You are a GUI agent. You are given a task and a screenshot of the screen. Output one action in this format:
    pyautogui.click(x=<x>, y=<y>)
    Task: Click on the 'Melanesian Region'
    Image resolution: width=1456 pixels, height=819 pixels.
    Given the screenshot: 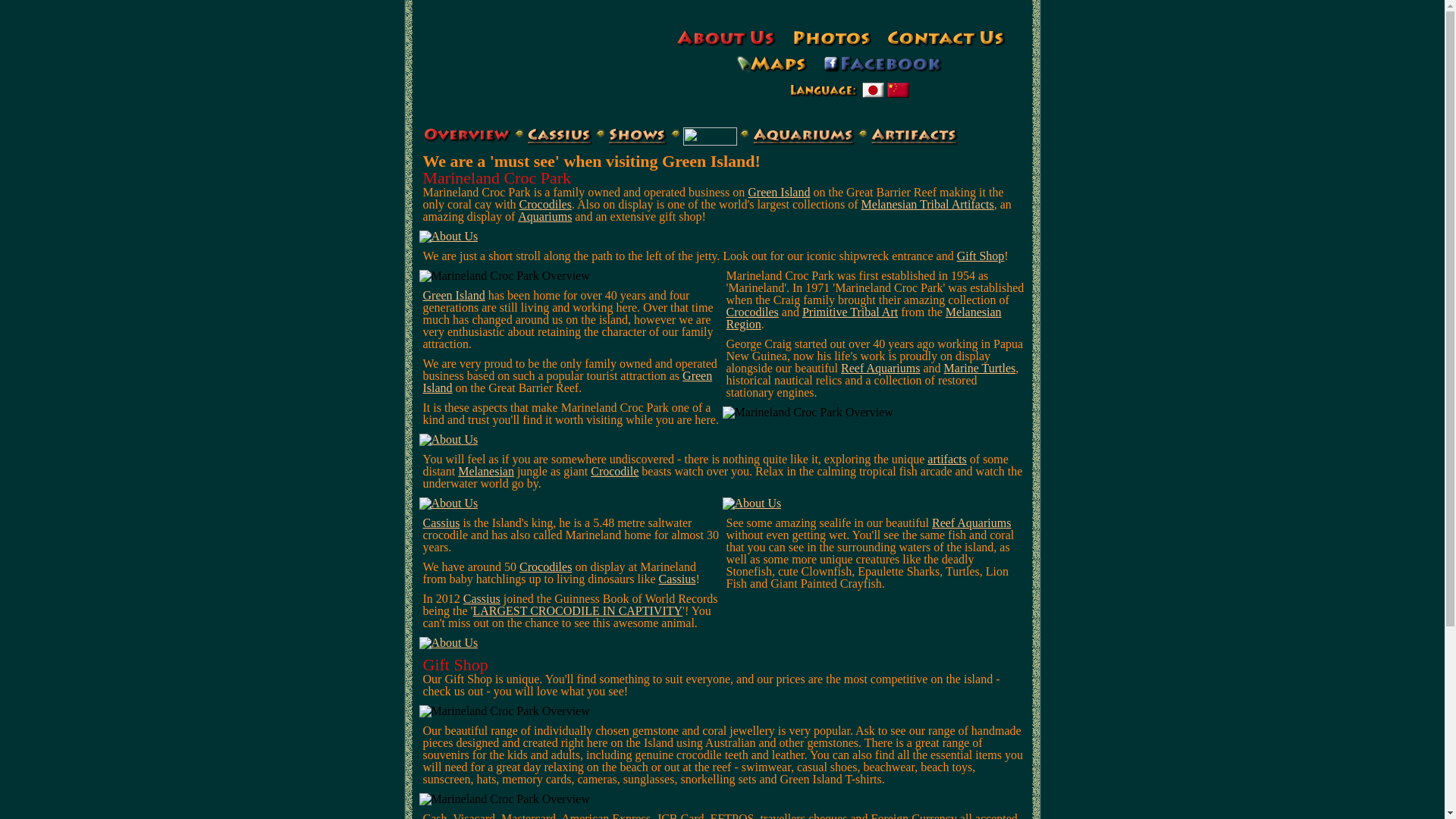 What is the action you would take?
    pyautogui.click(x=726, y=317)
    